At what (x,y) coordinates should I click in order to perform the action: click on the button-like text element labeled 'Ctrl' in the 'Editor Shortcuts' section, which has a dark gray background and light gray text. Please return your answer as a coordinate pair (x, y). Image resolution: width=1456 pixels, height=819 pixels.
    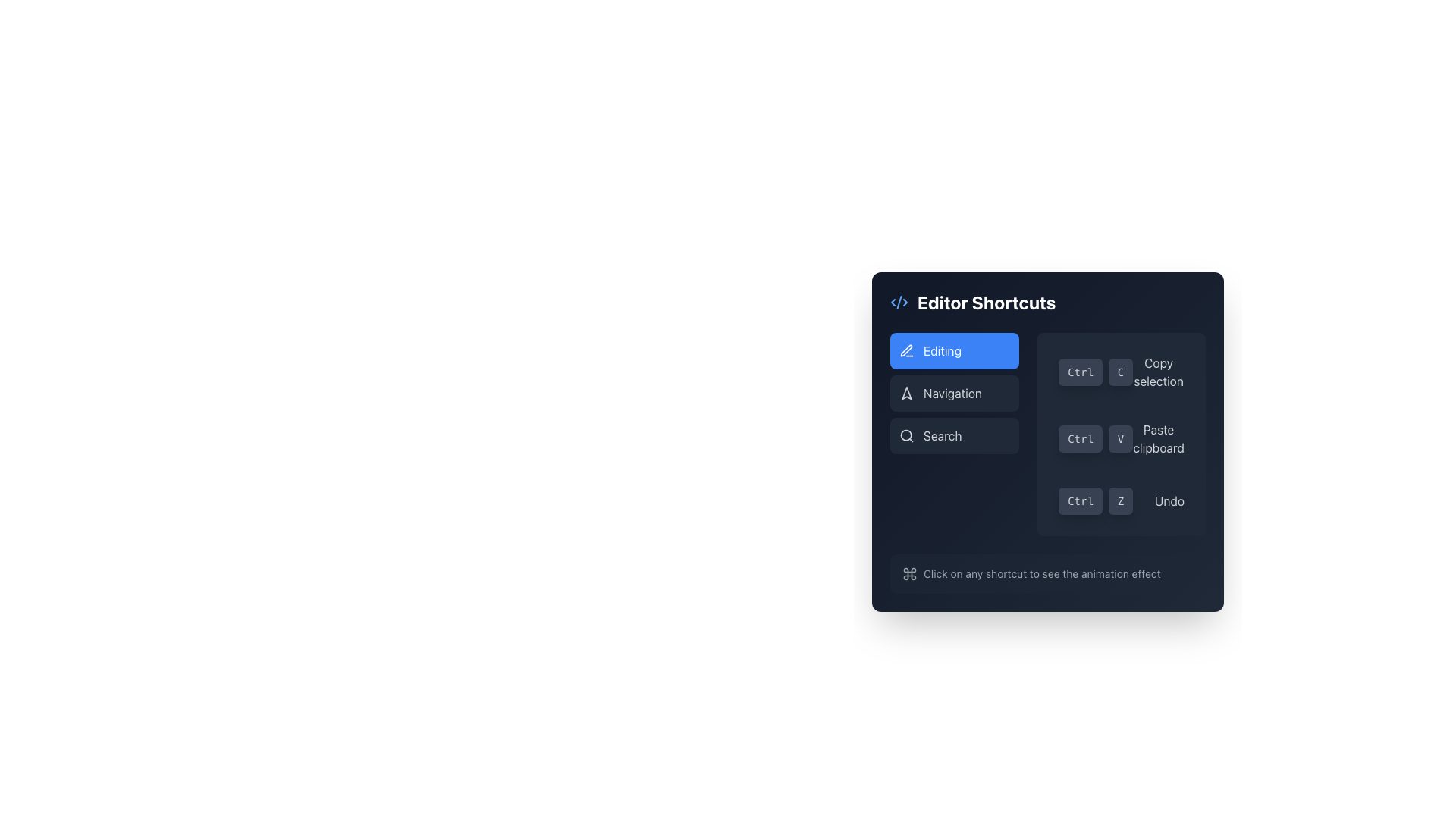
    Looking at the image, I should click on (1080, 500).